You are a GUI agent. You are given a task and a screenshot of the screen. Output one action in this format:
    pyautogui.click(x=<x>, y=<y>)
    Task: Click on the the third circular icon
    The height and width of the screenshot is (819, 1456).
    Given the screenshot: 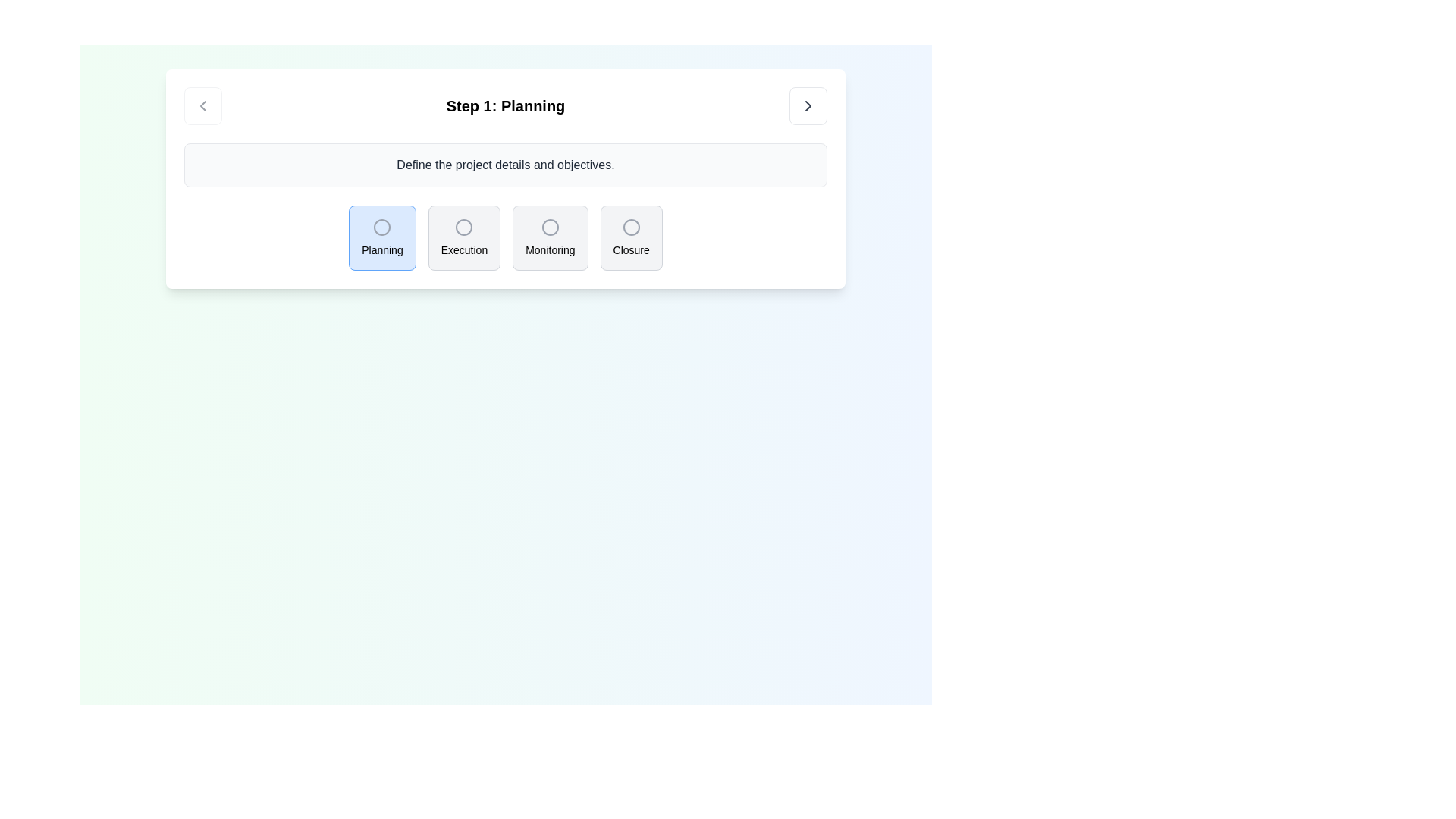 What is the action you would take?
    pyautogui.click(x=549, y=227)
    